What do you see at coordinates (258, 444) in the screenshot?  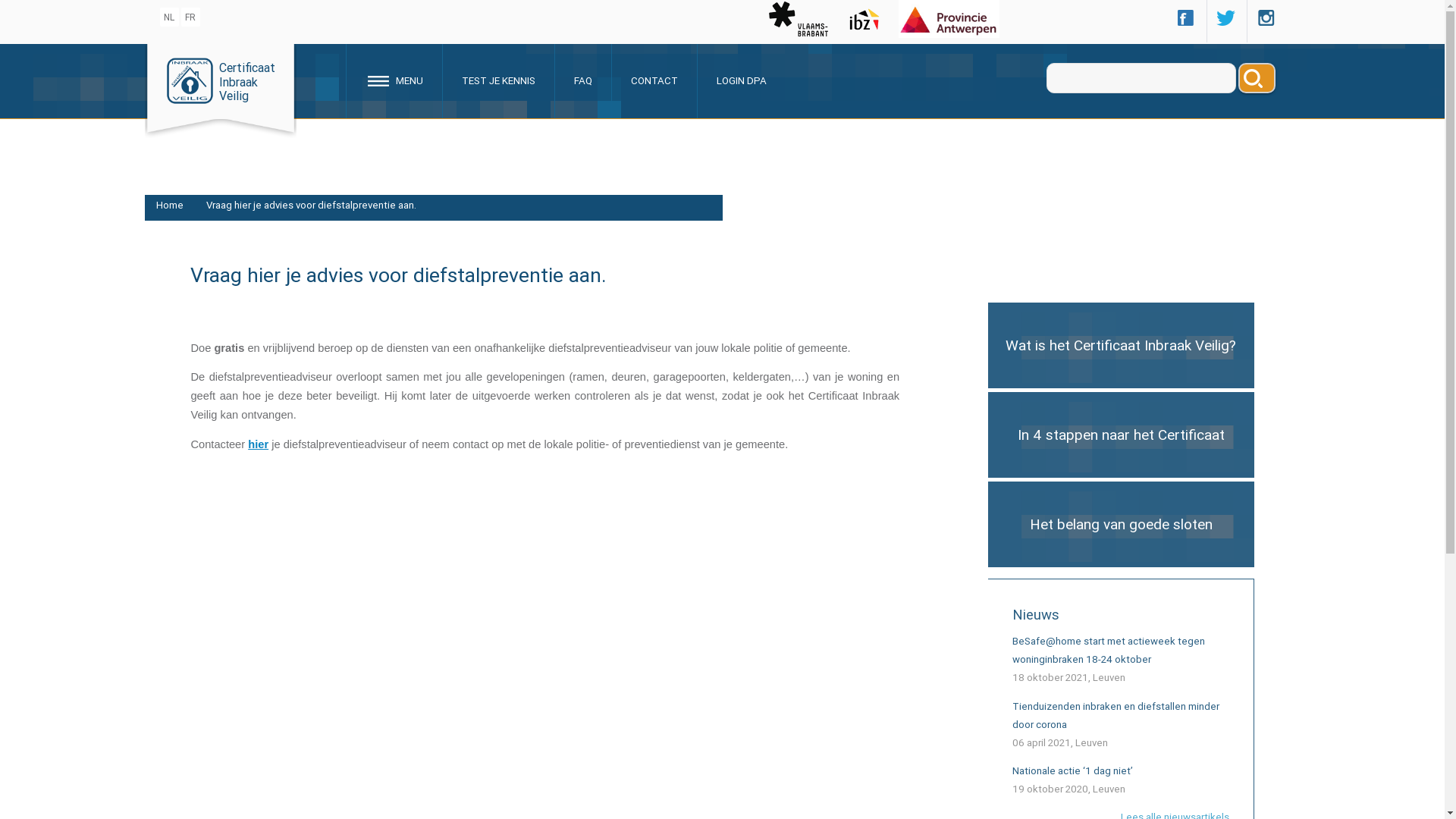 I see `'hier'` at bounding box center [258, 444].